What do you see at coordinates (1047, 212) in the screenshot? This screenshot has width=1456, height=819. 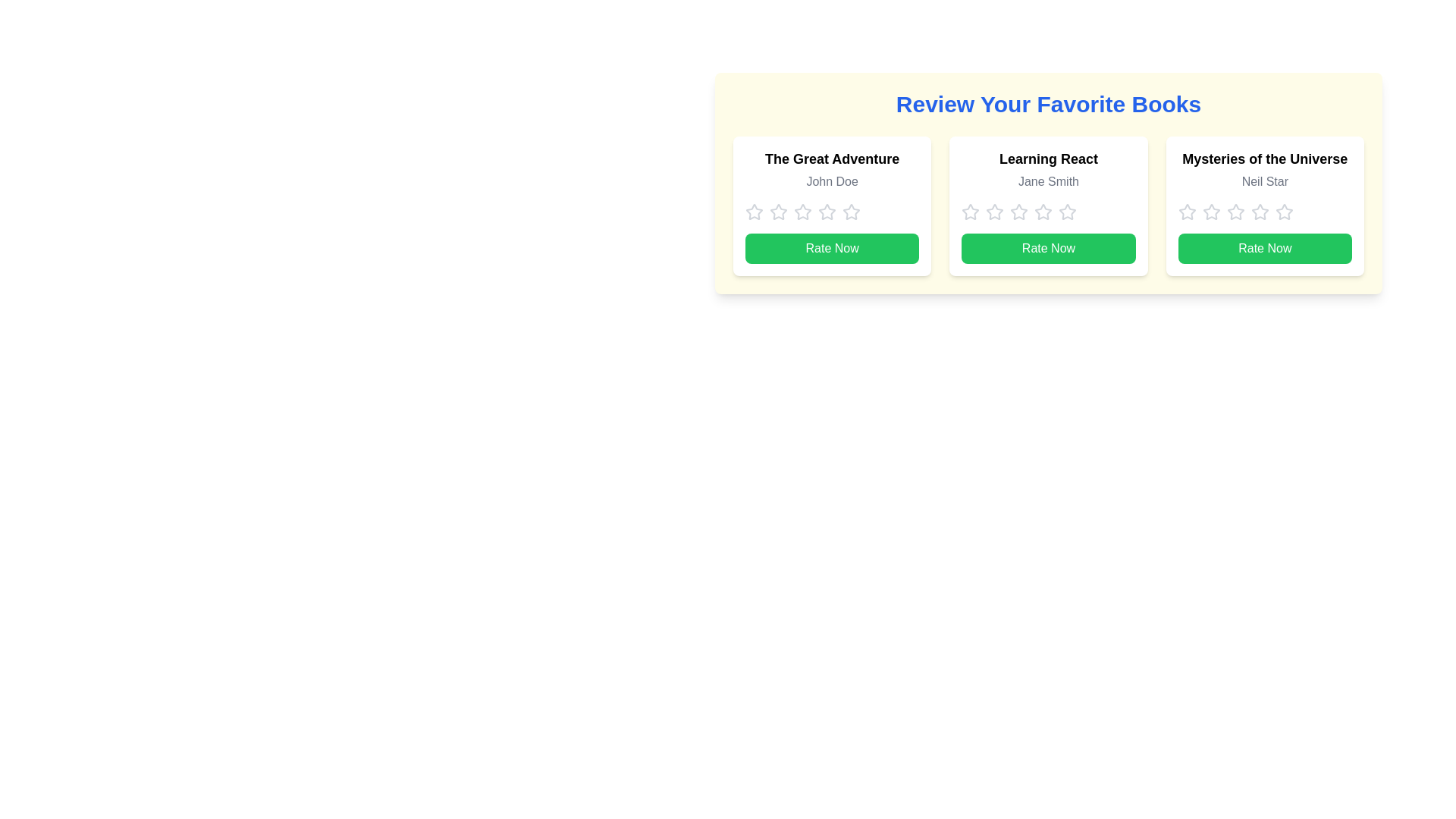 I see `the fourth rating star in the rating bar, which is located below 'Learning React' and 'Jane Smith' and above the 'Rate Now' button, for bulk actions` at bounding box center [1047, 212].